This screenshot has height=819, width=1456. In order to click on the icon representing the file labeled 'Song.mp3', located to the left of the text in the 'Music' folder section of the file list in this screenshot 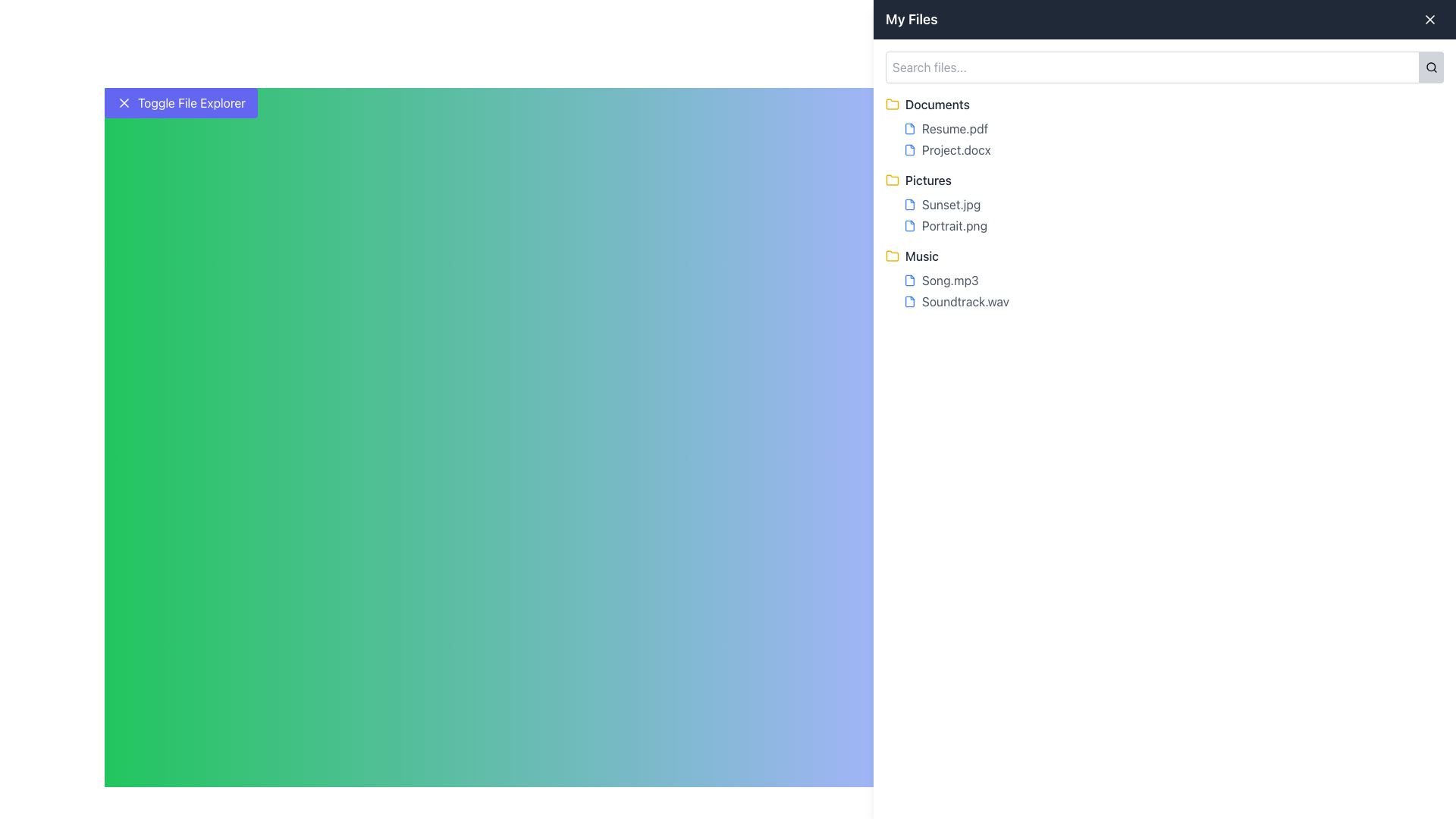, I will do `click(910, 281)`.